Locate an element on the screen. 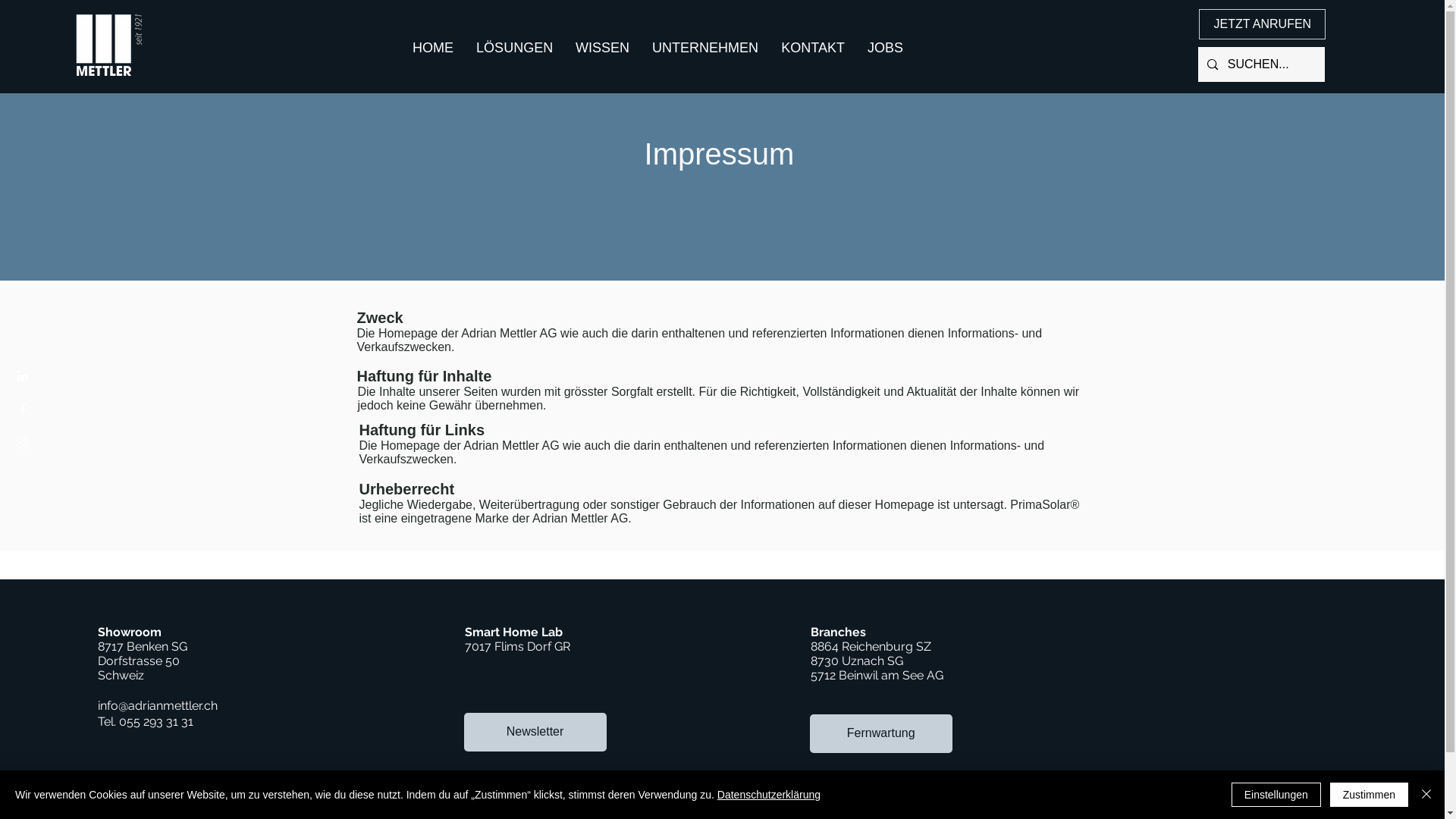  'WISSEN' is located at coordinates (601, 46).